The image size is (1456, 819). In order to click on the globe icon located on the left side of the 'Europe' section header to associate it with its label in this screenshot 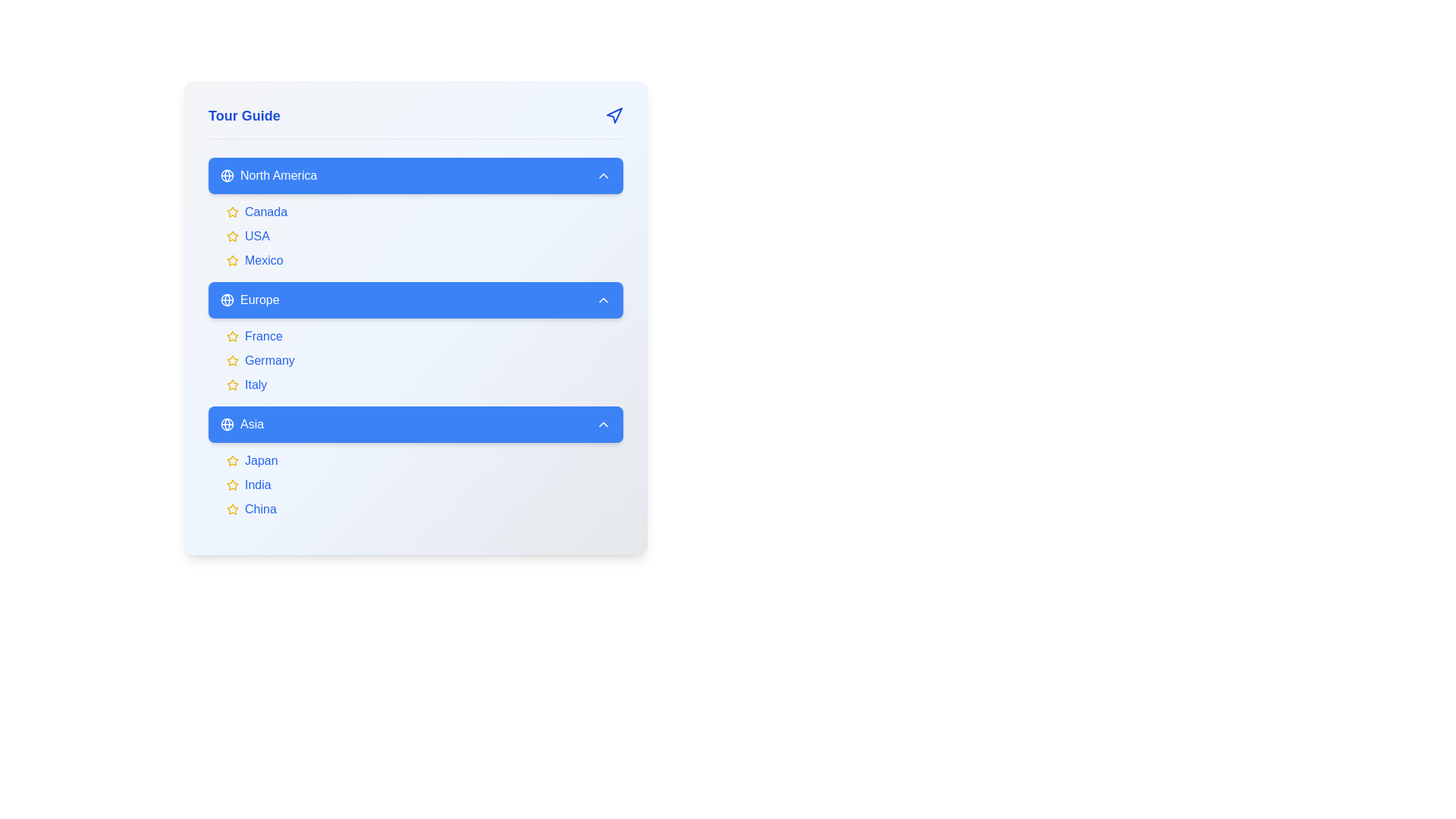, I will do `click(226, 300)`.